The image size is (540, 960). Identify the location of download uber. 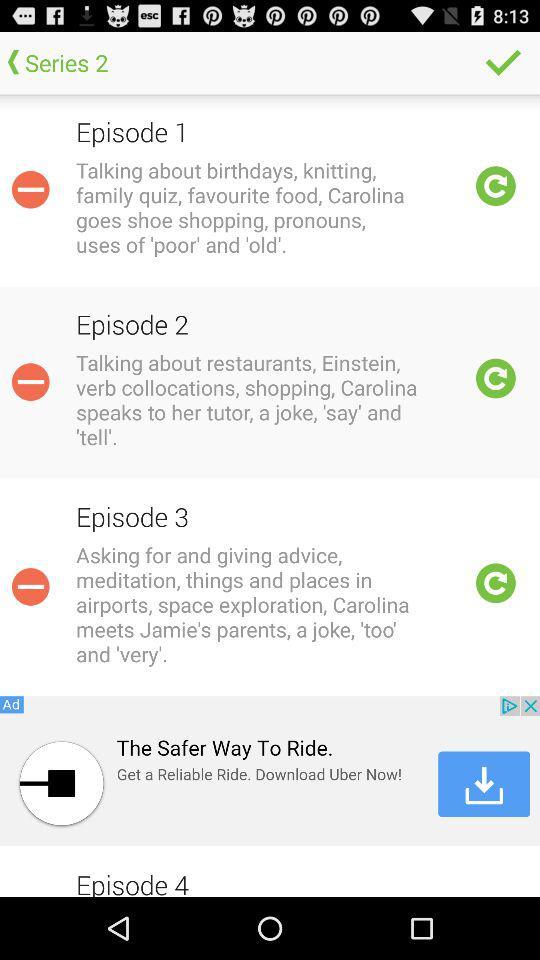
(270, 770).